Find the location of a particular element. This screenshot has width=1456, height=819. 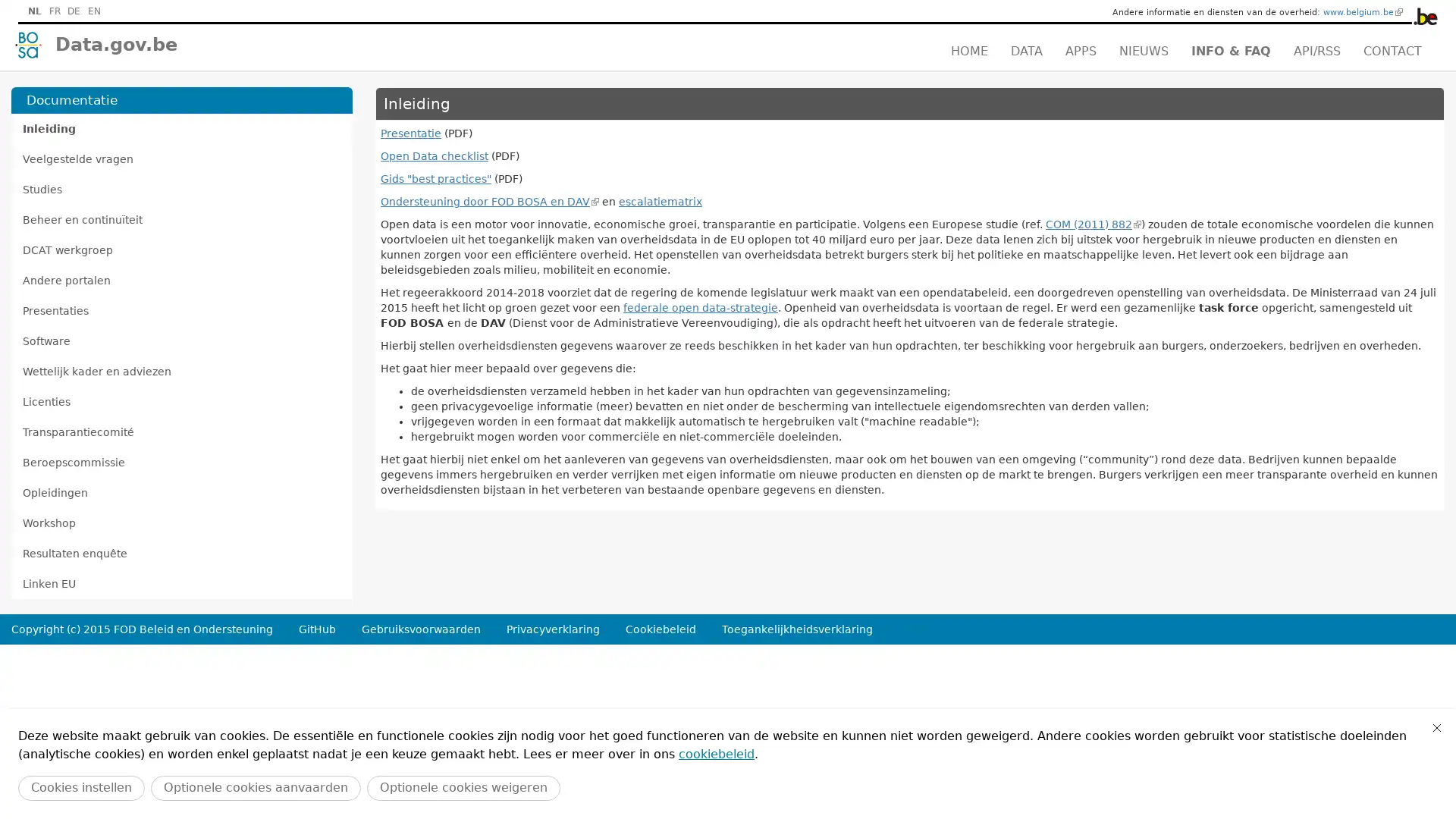

Optionele cookies aanvaarden is located at coordinates (256, 787).